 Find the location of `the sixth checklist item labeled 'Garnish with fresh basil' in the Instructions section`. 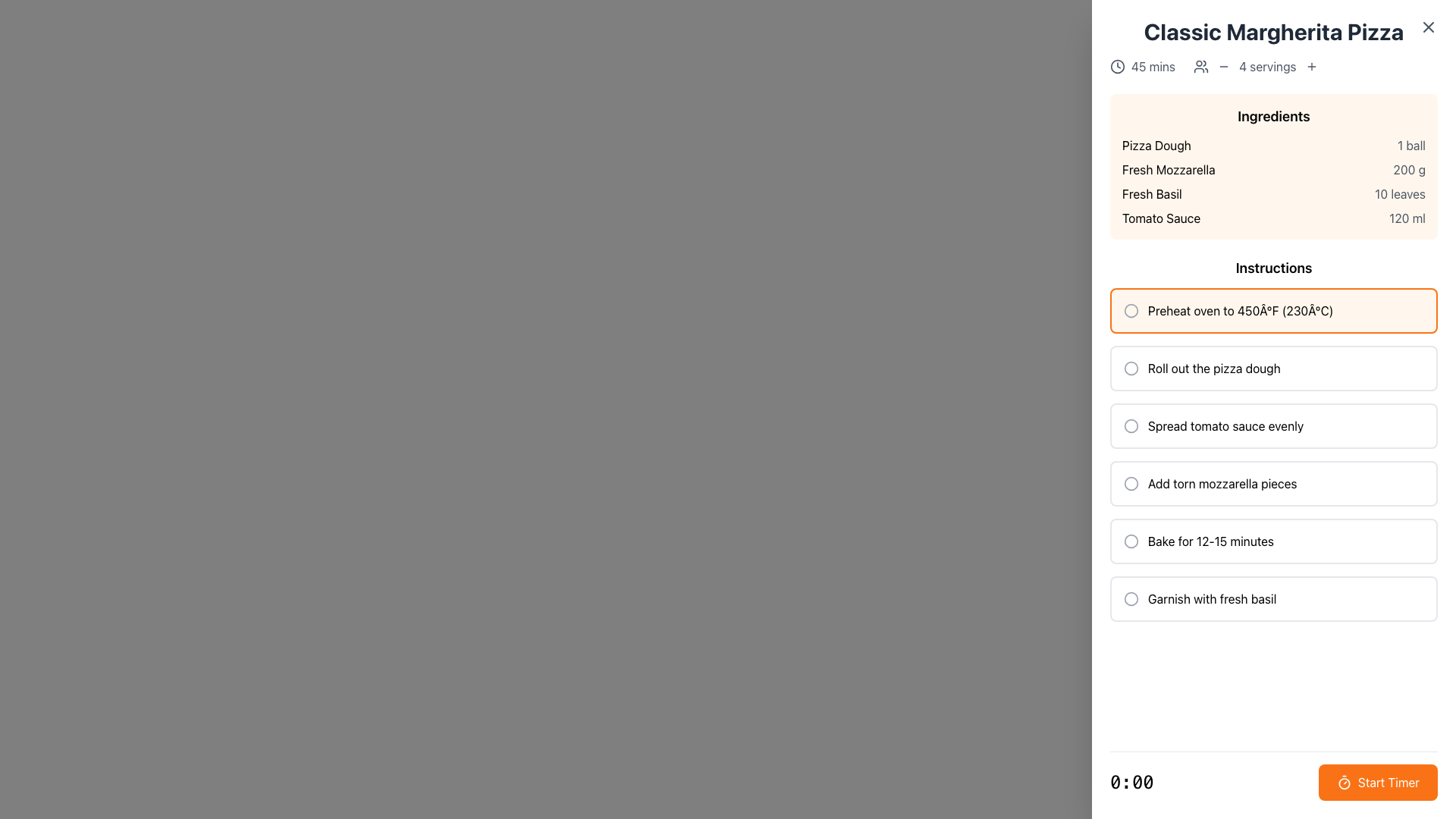

the sixth checklist item labeled 'Garnish with fresh basil' in the Instructions section is located at coordinates (1274, 598).